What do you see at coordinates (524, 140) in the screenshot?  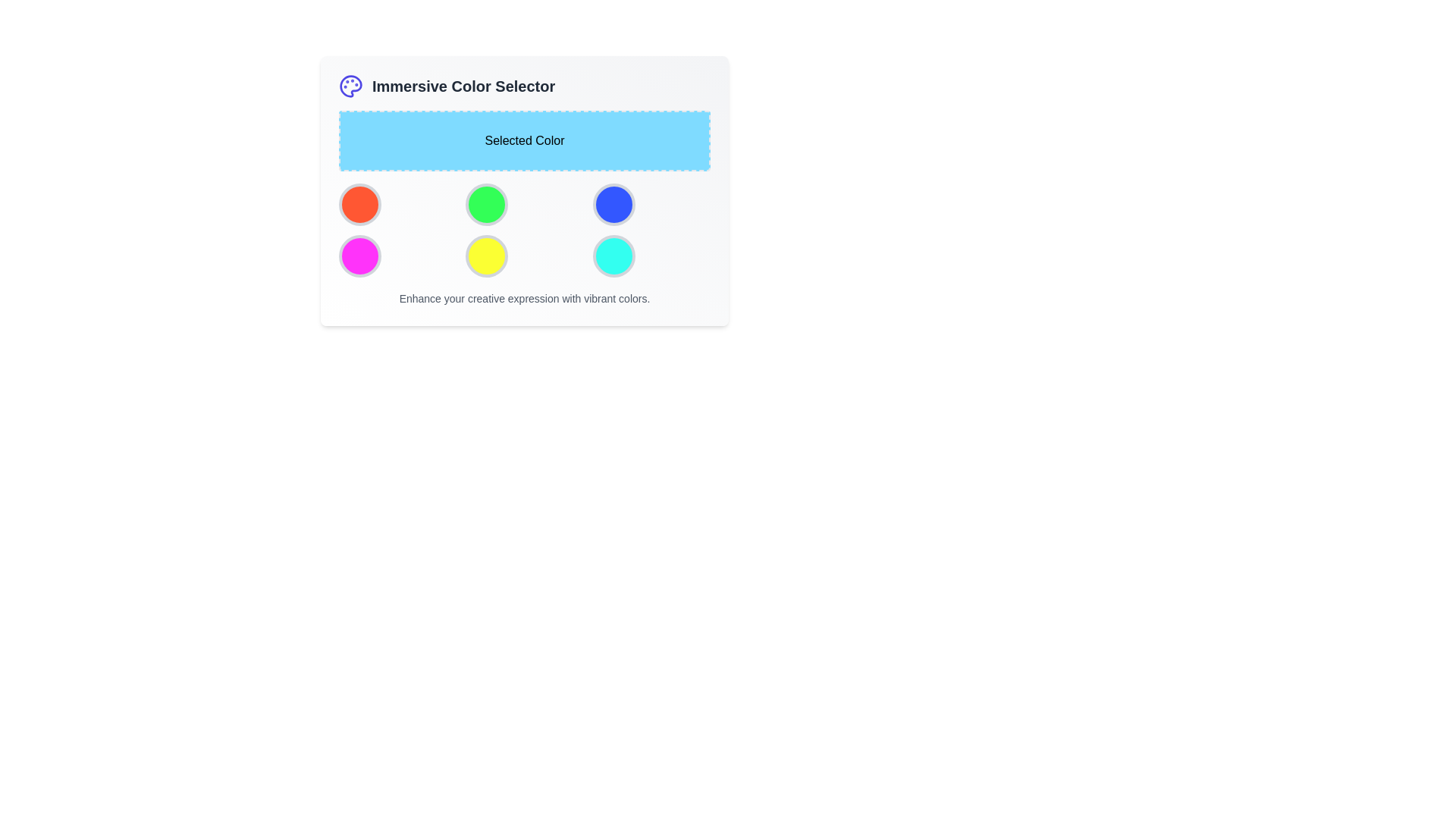 I see `the label area with a sky-blue background and dashed borders that contains the text 'Selected Color'` at bounding box center [524, 140].